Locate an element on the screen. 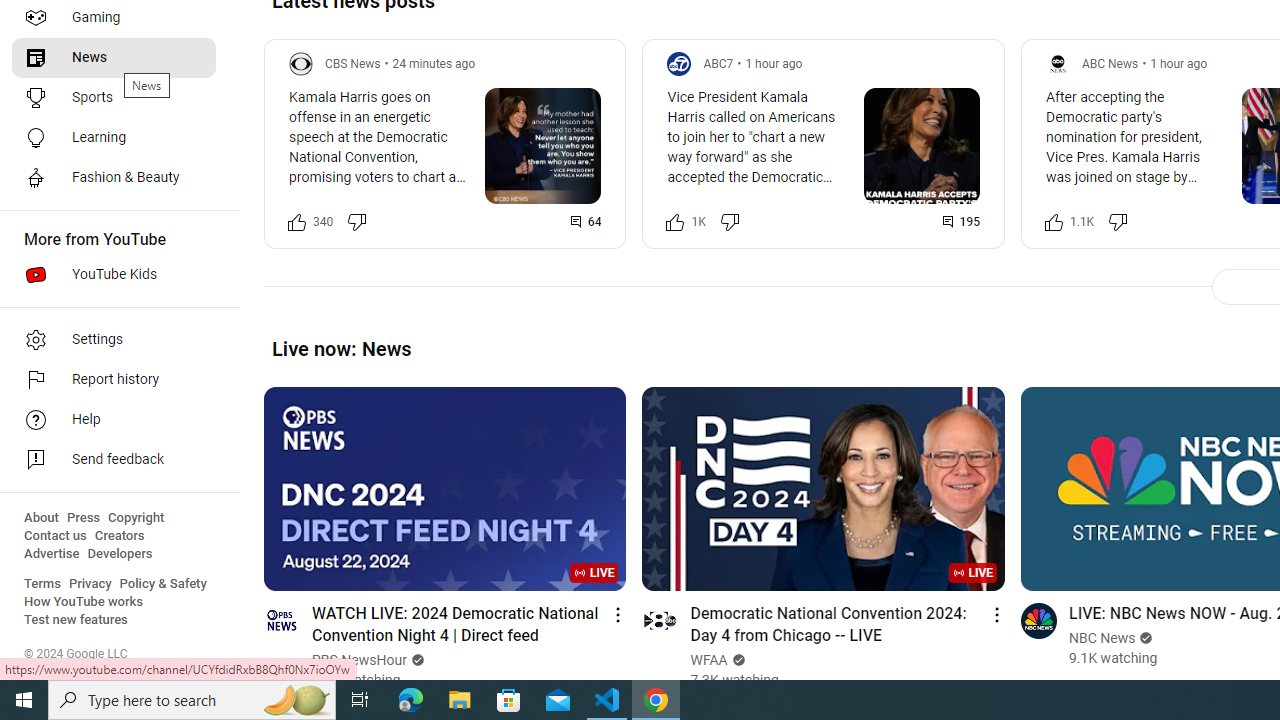  'Creators' is located at coordinates (118, 535).